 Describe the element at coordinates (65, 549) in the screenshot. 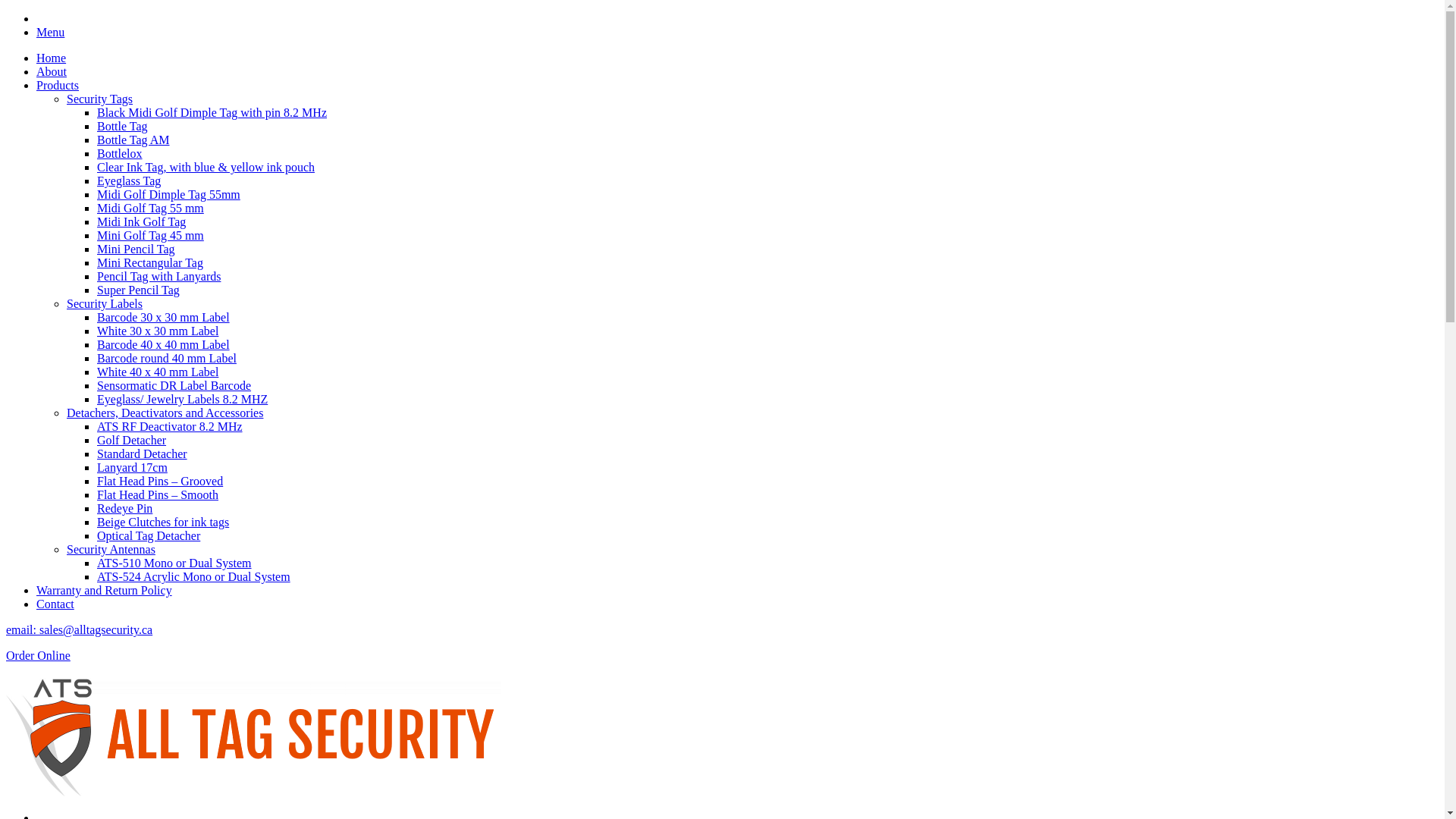

I see `'Security Antennas'` at that location.